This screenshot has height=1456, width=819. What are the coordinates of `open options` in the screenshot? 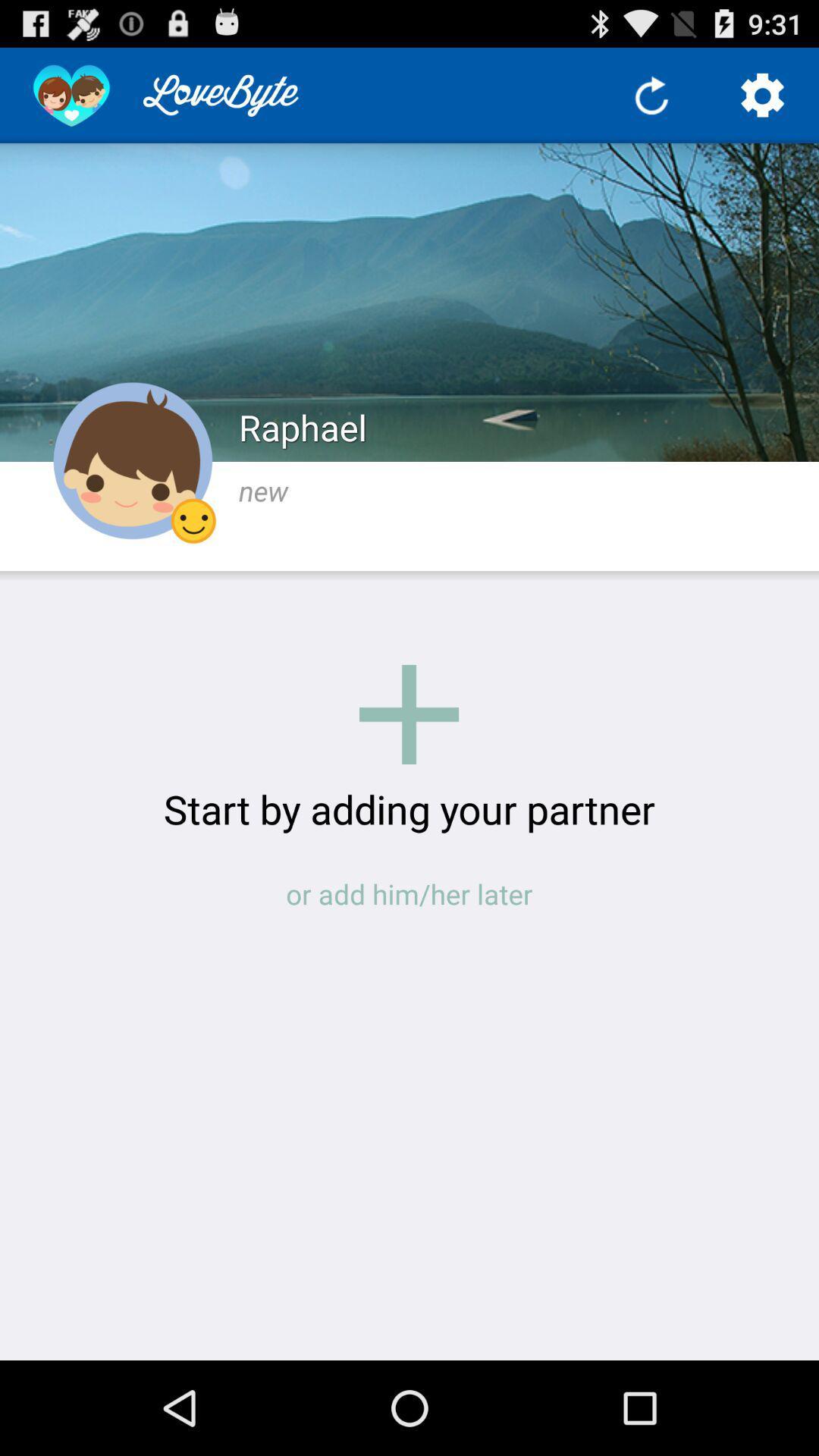 It's located at (763, 94).